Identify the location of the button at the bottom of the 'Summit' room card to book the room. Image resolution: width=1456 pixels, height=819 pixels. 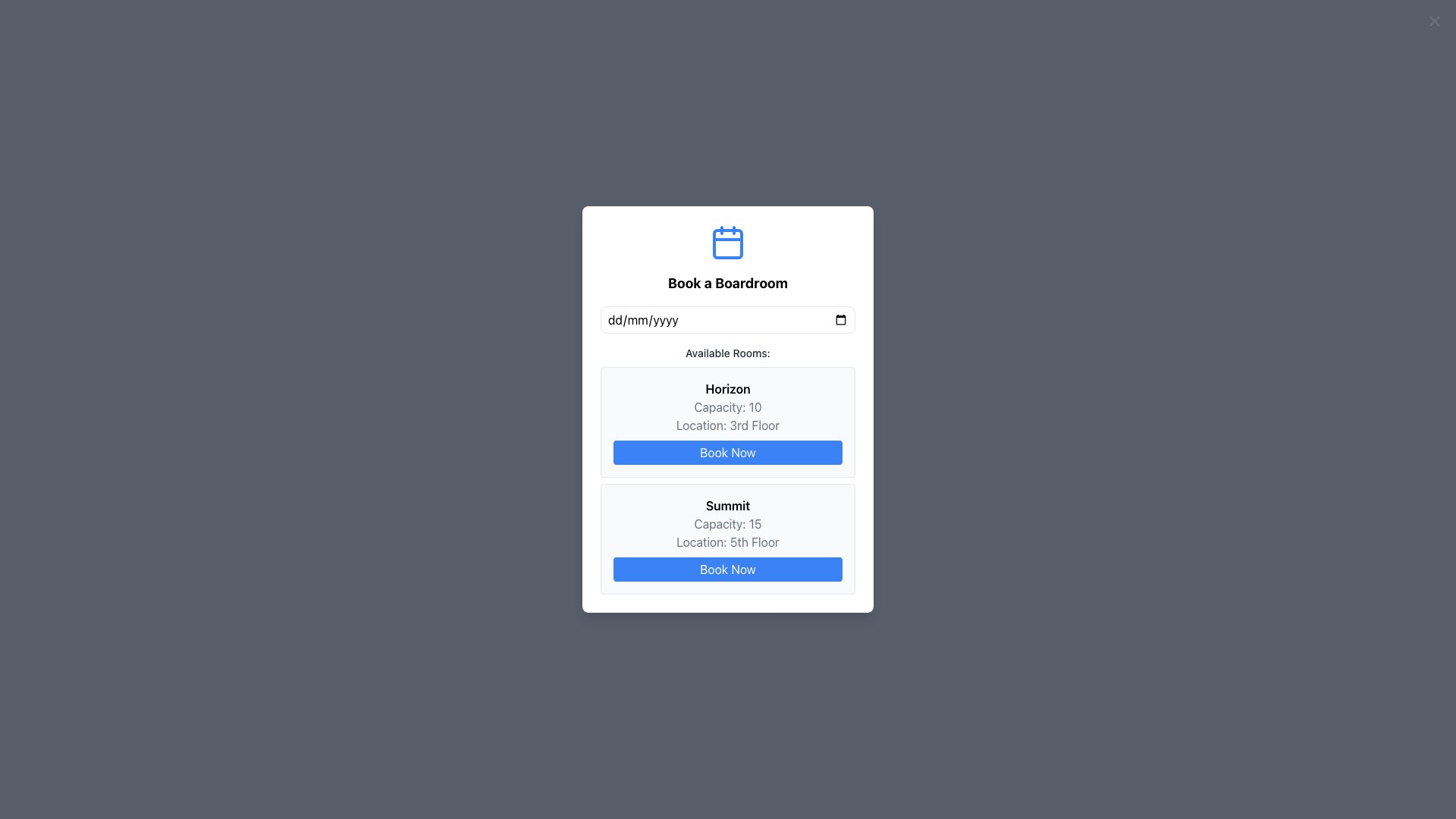
(728, 570).